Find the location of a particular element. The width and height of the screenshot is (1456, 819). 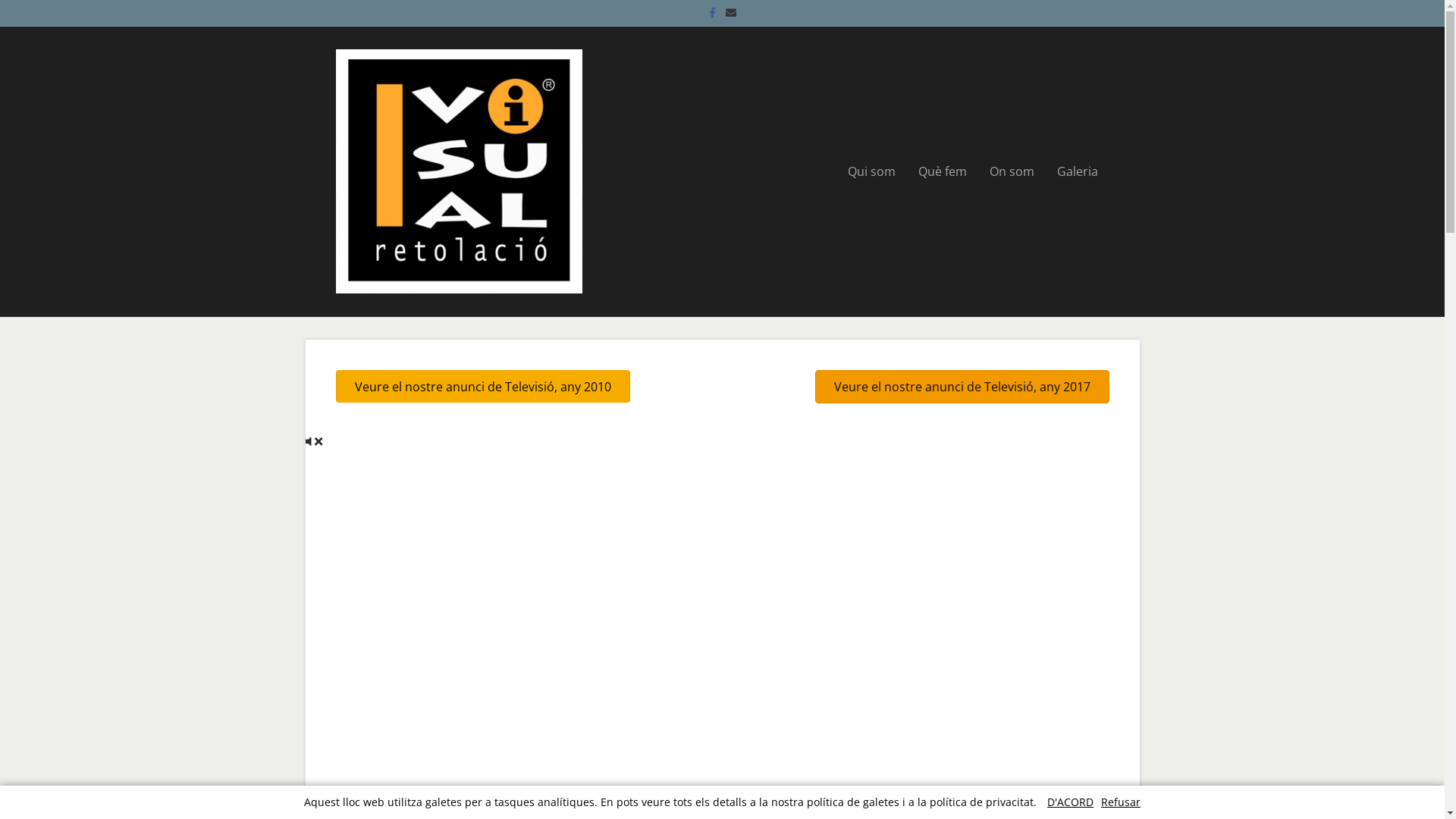

'On som' is located at coordinates (1012, 171).